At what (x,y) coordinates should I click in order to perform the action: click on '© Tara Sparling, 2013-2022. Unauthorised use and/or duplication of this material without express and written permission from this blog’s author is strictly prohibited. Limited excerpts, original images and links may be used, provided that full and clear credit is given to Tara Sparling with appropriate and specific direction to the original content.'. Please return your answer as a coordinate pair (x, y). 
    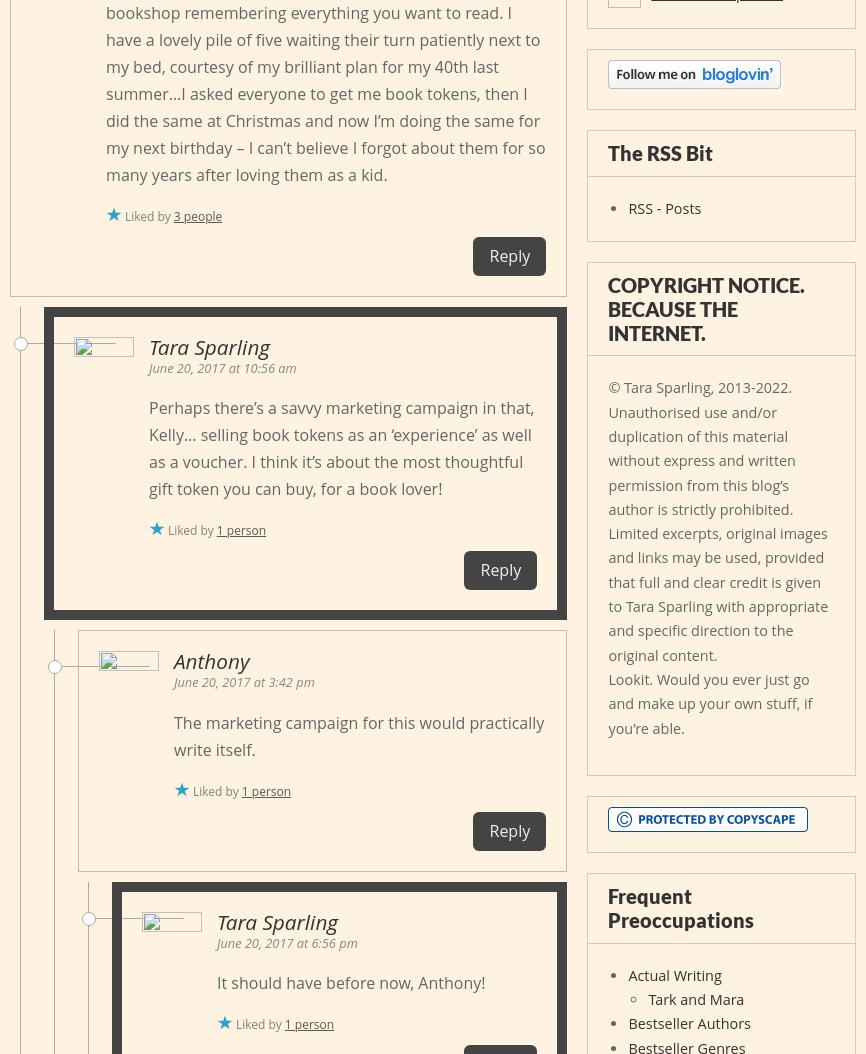
    Looking at the image, I should click on (717, 519).